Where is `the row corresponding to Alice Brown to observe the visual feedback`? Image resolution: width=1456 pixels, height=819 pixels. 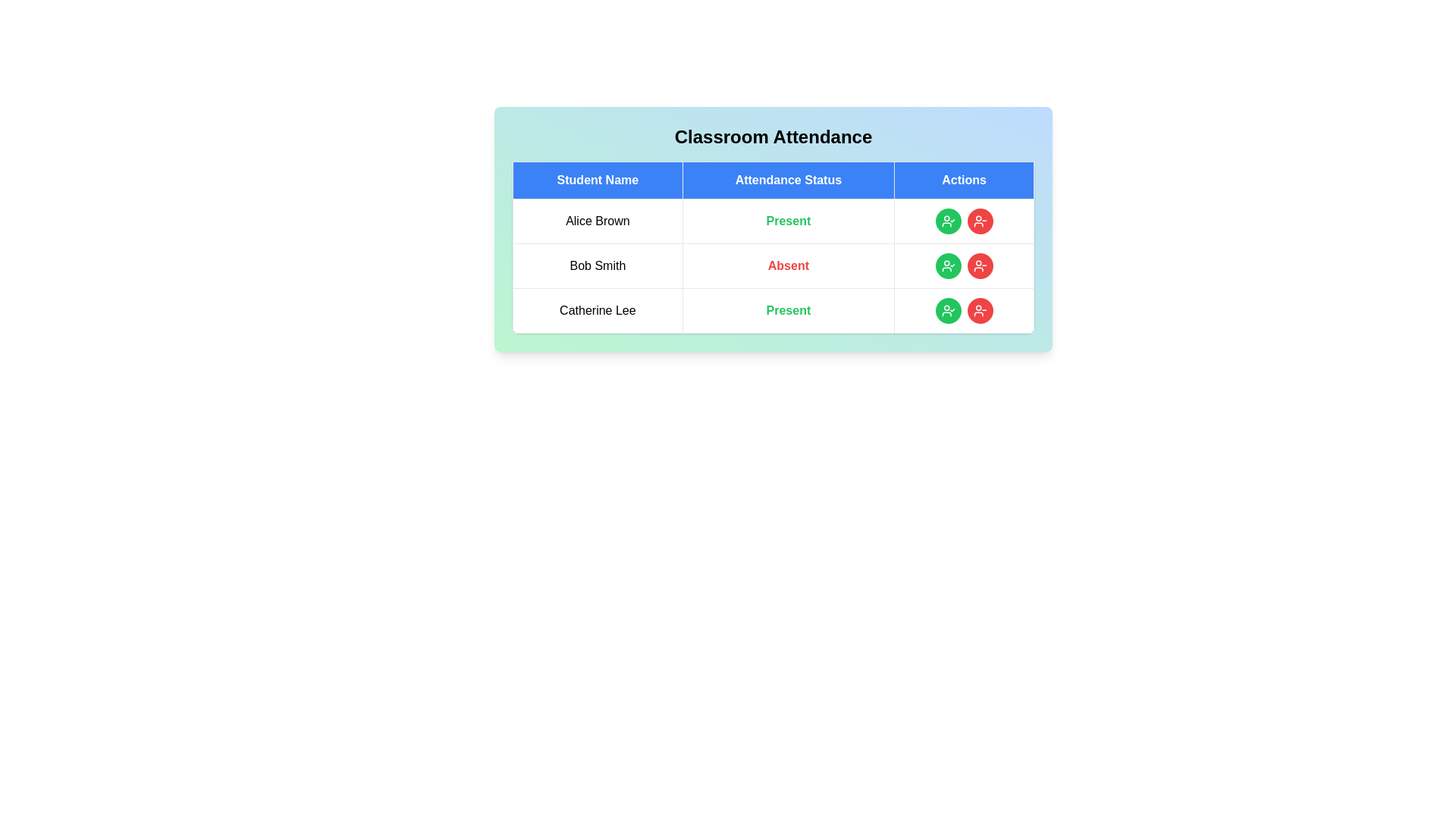
the row corresponding to Alice Brown to observe the visual feedback is located at coordinates (773, 221).